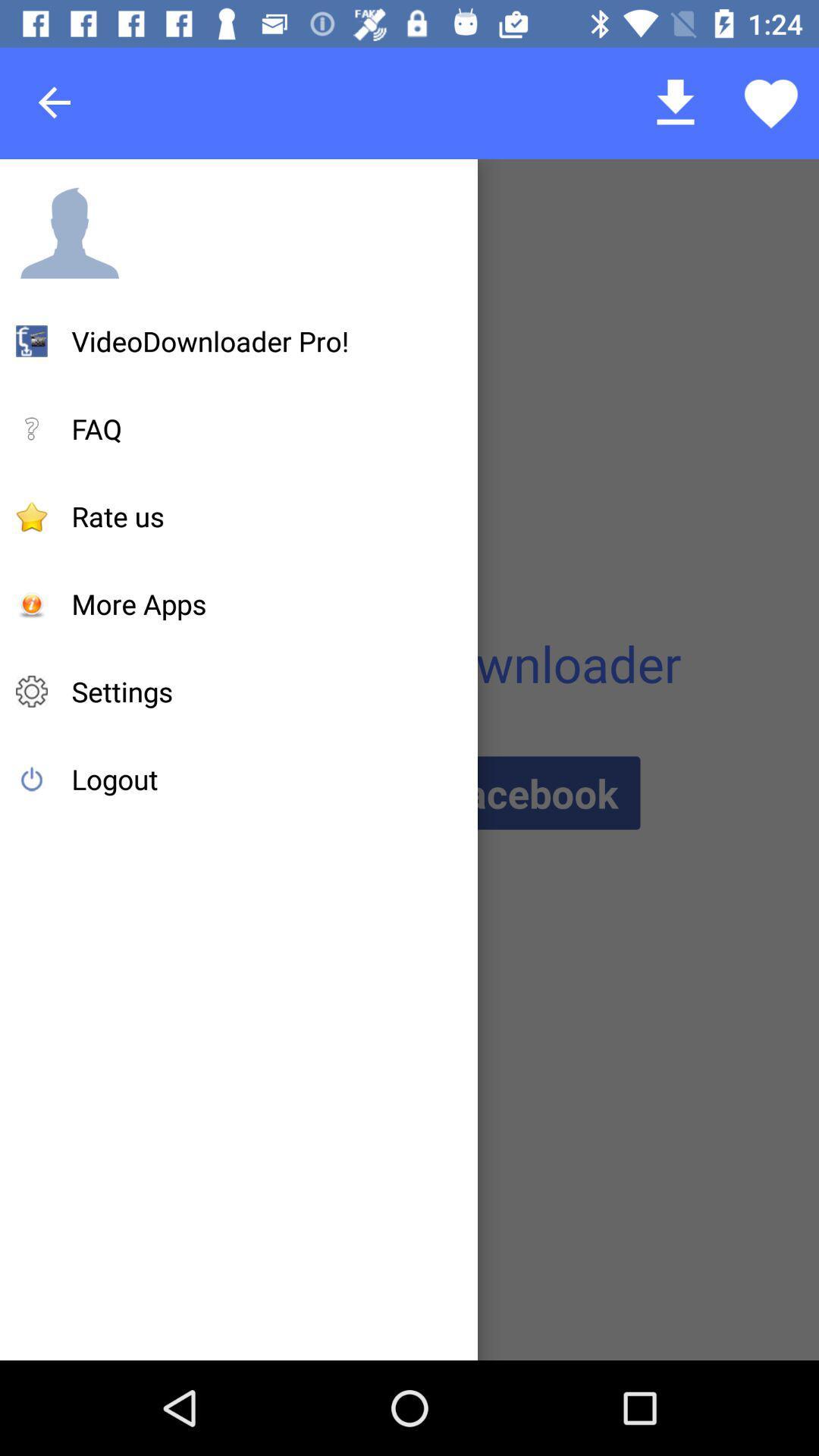 This screenshot has width=819, height=1456. What do you see at coordinates (114, 779) in the screenshot?
I see `the logout item` at bounding box center [114, 779].